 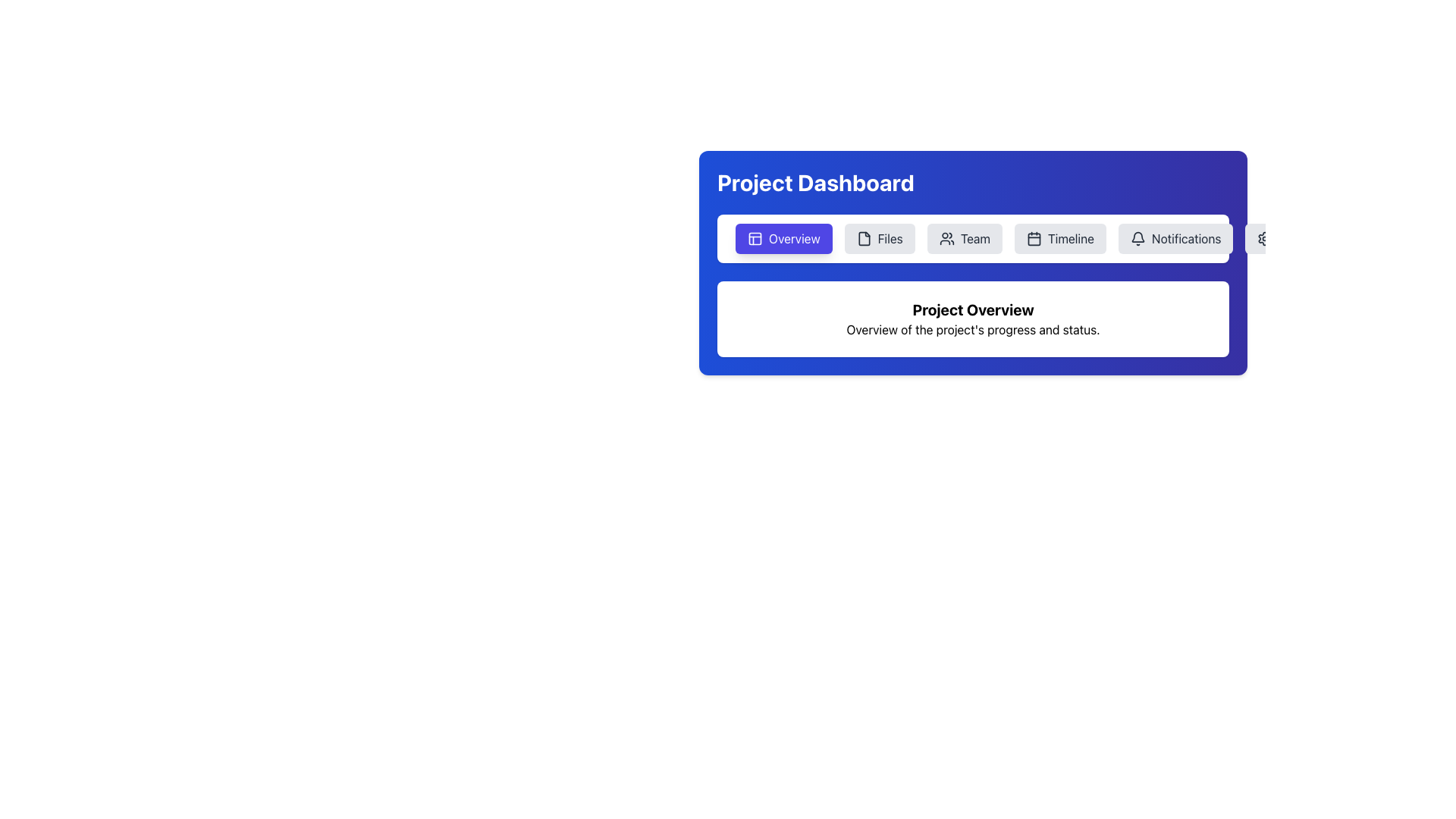 What do you see at coordinates (1059, 239) in the screenshot?
I see `the 'Timeline' button, which is a rectangular interactive area with a light gray background and a calendar icon on the left, located in the navigation bar between 'Team' and 'Notifications'` at bounding box center [1059, 239].